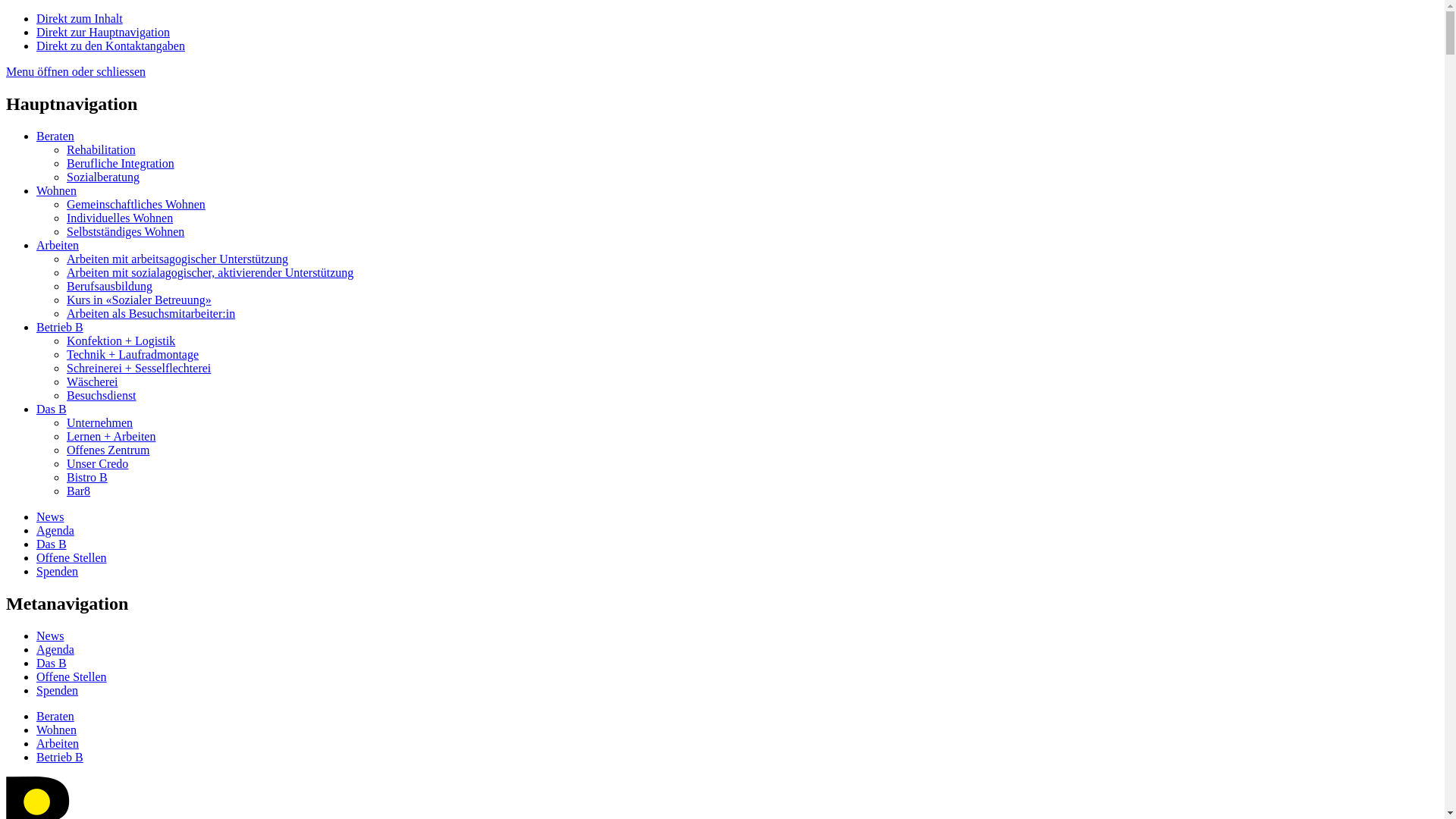 This screenshot has width=1456, height=819. I want to click on 'Unternehmen', so click(99, 422).